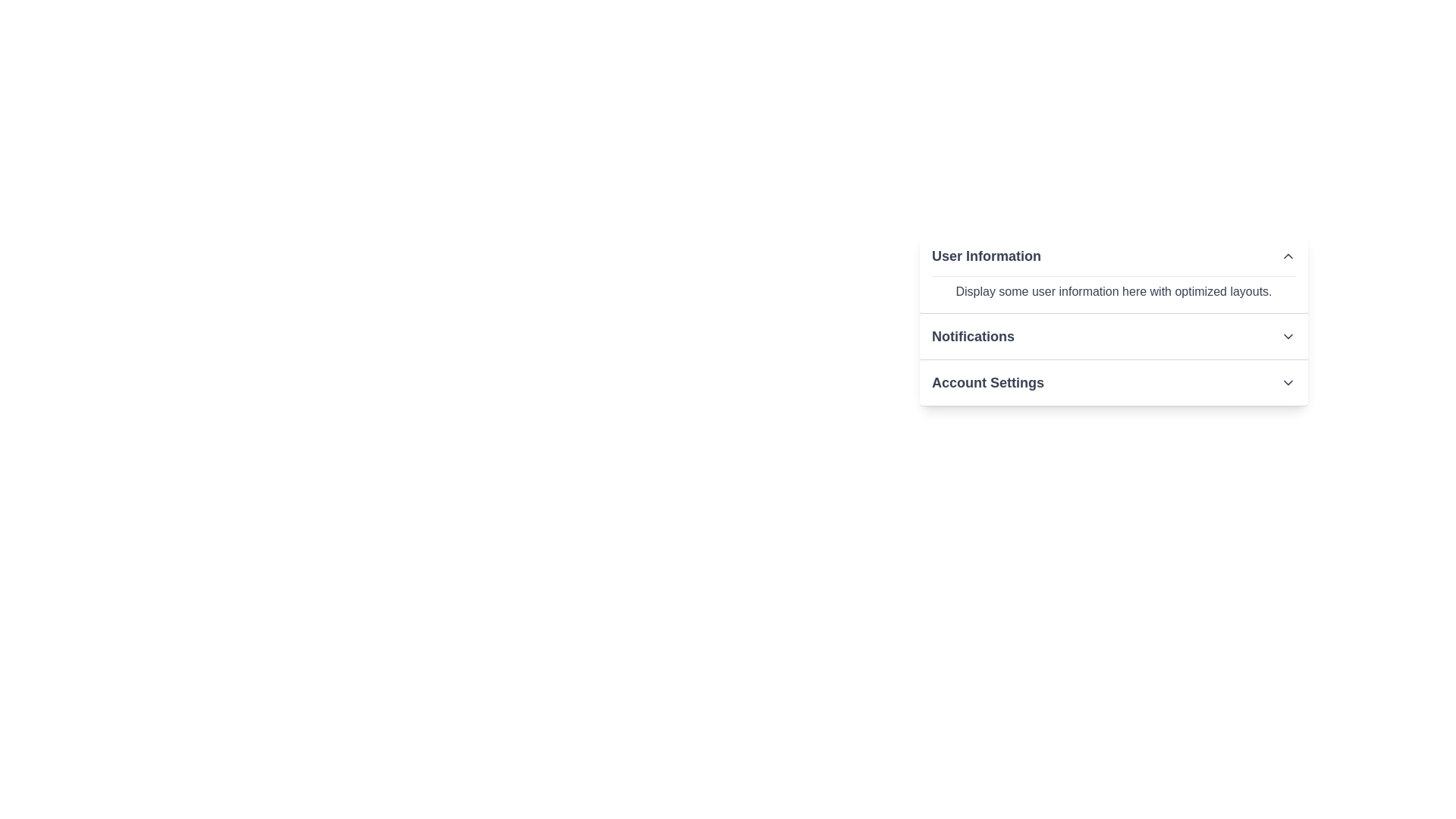  I want to click on the 'Account Settings' menu item located at the bottom of the interactive list, so click(1113, 382).